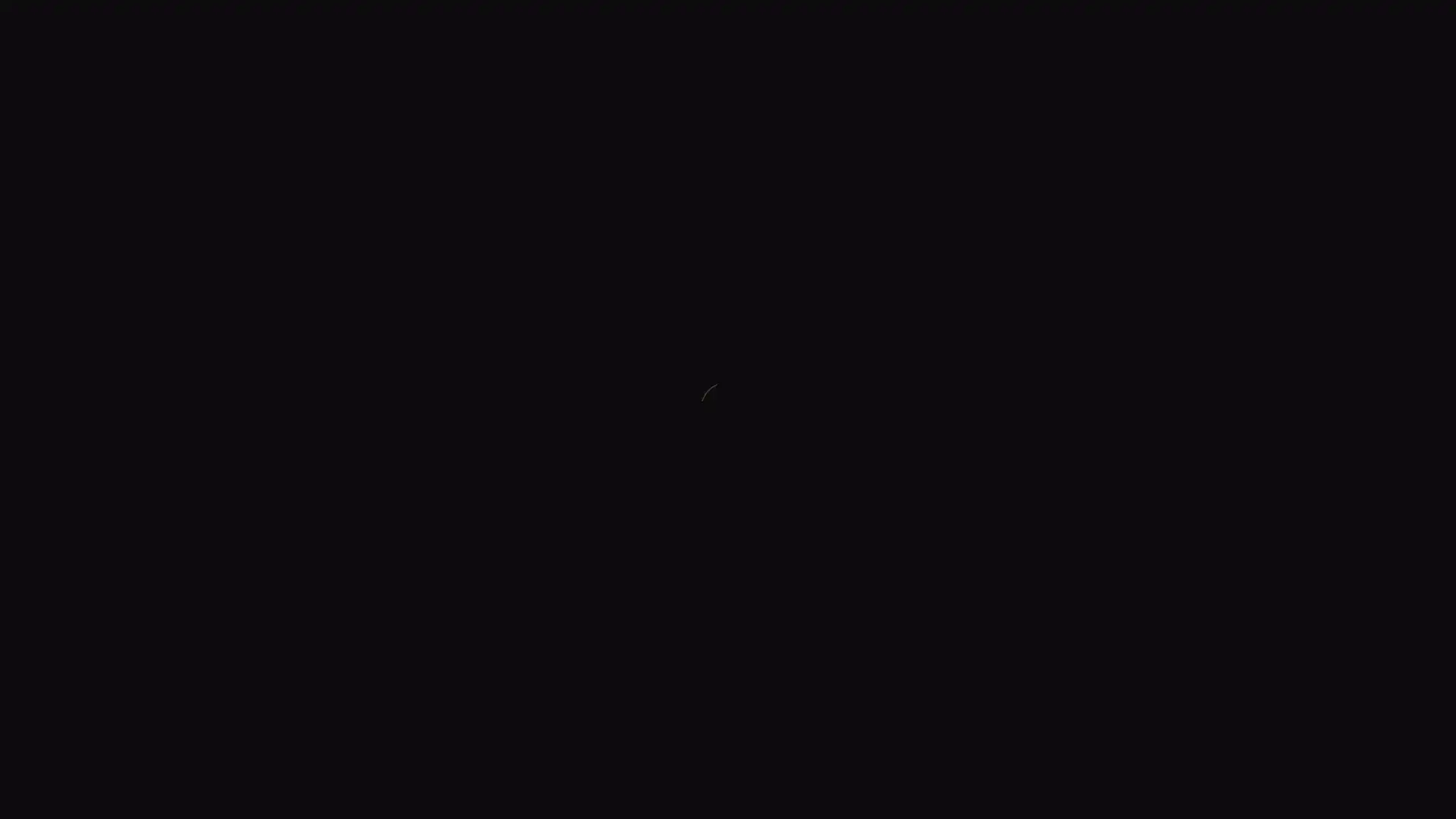 This screenshot has height=819, width=1456. Describe the element at coordinates (1287, 378) in the screenshot. I see `CLOSE` at that location.